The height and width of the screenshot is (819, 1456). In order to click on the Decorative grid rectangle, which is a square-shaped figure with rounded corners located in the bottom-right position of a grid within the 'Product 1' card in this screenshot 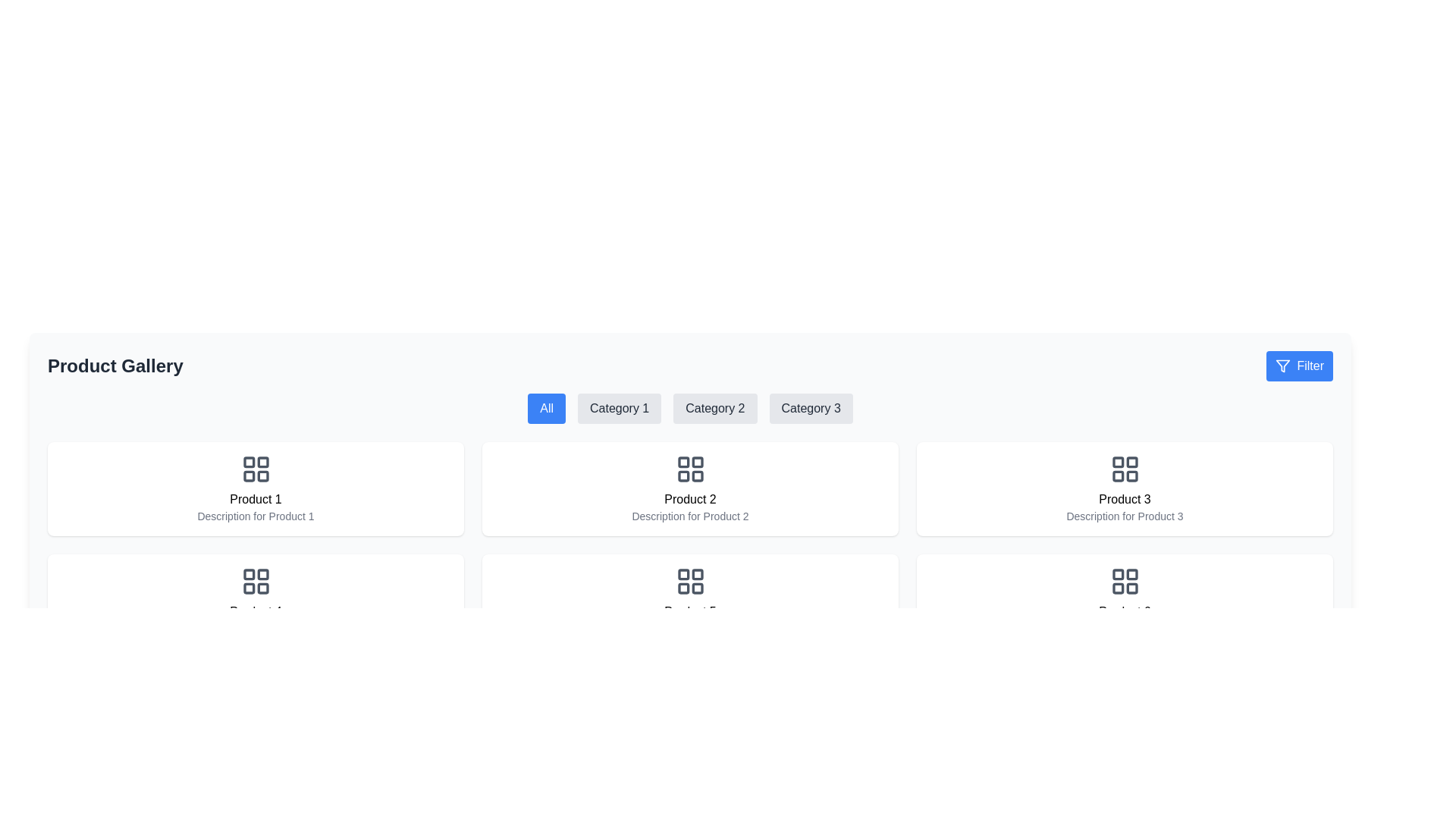, I will do `click(262, 475)`.